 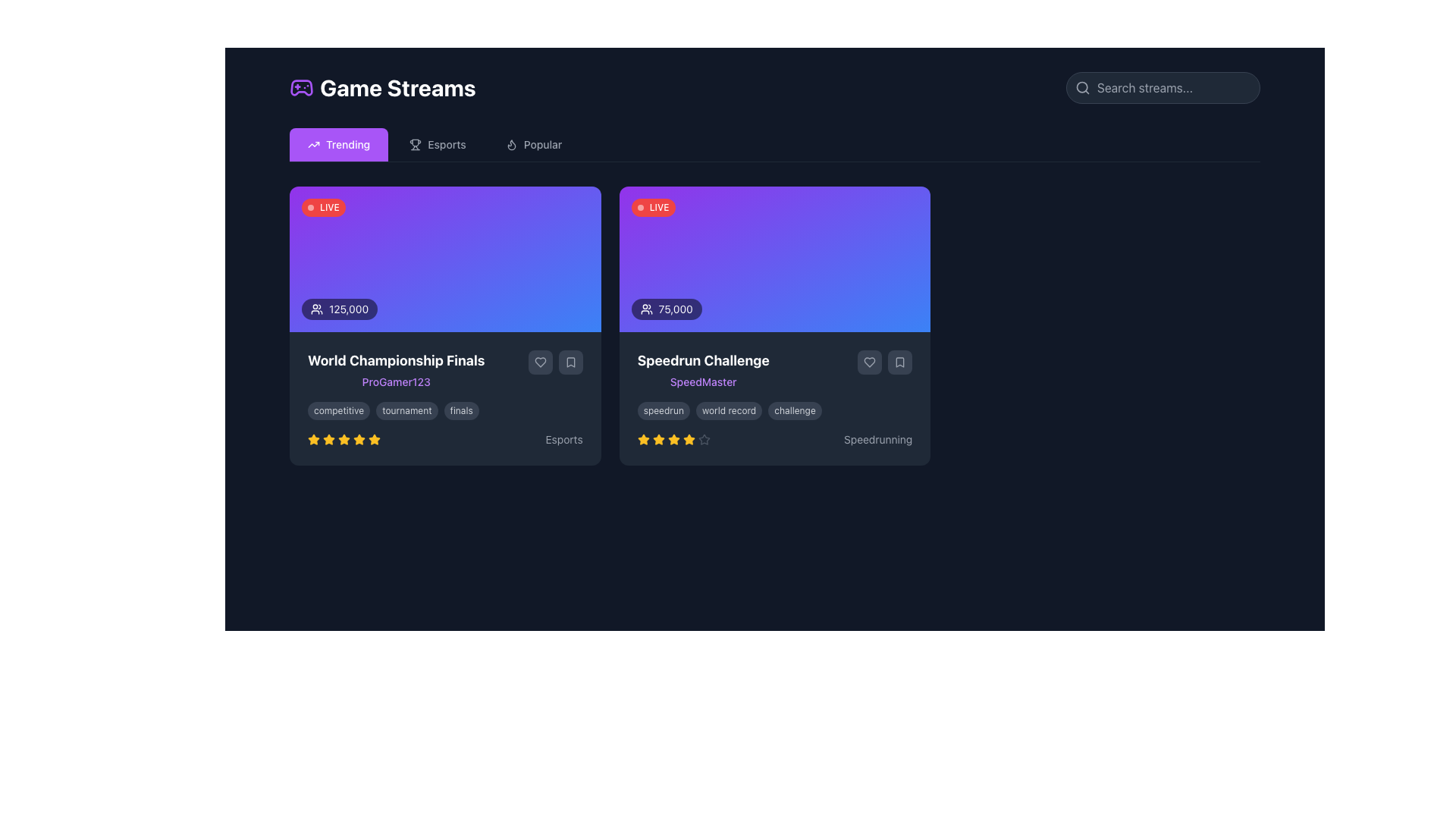 I want to click on text label that displays 'Speedrunning' in gray color located at the bottom-right of the 'Speedrun Challenge' card, so click(x=775, y=439).